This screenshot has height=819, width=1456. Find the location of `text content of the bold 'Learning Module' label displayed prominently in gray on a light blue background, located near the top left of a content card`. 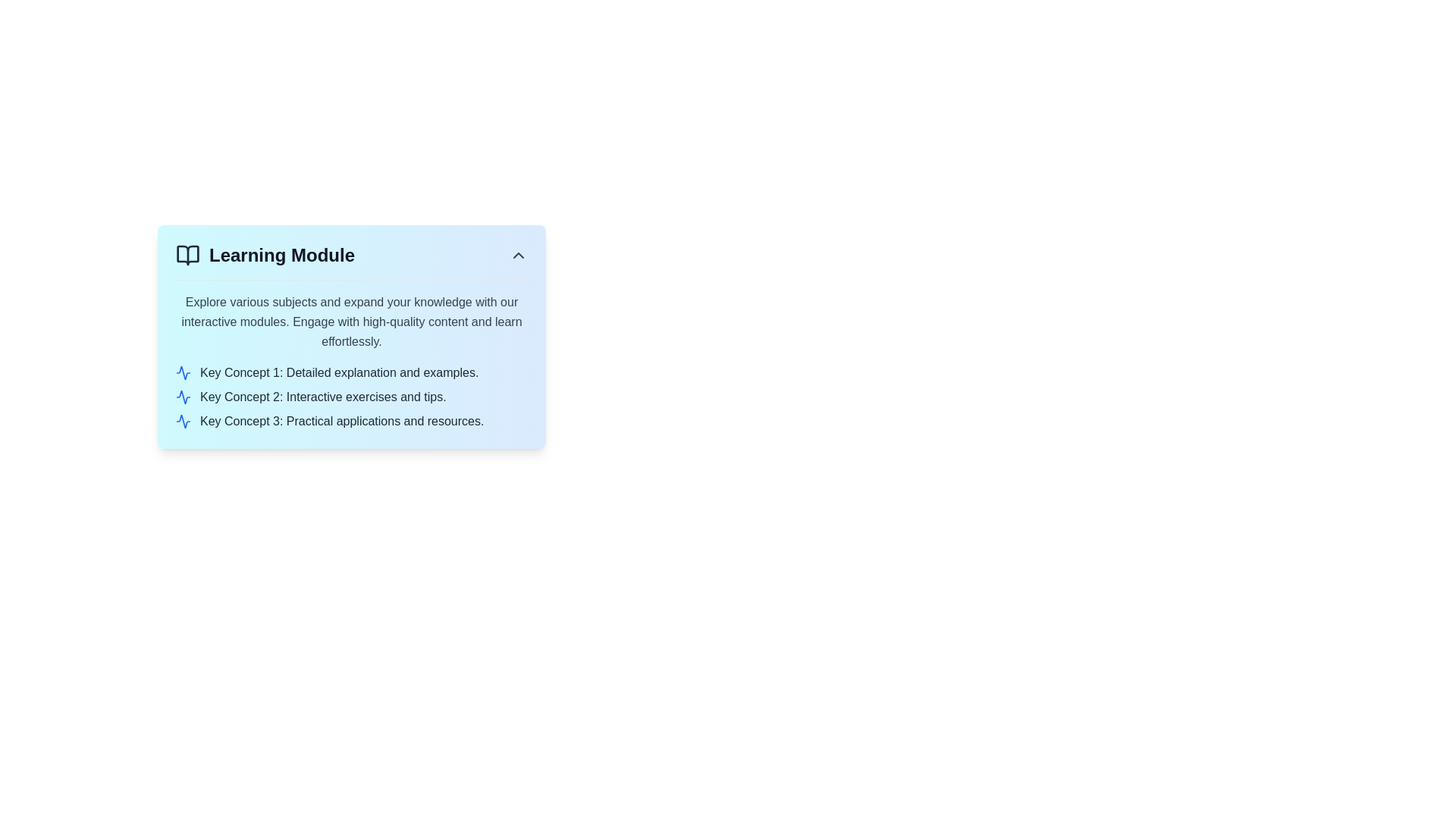

text content of the bold 'Learning Module' label displayed prominently in gray on a light blue background, located near the top left of a content card is located at coordinates (282, 254).